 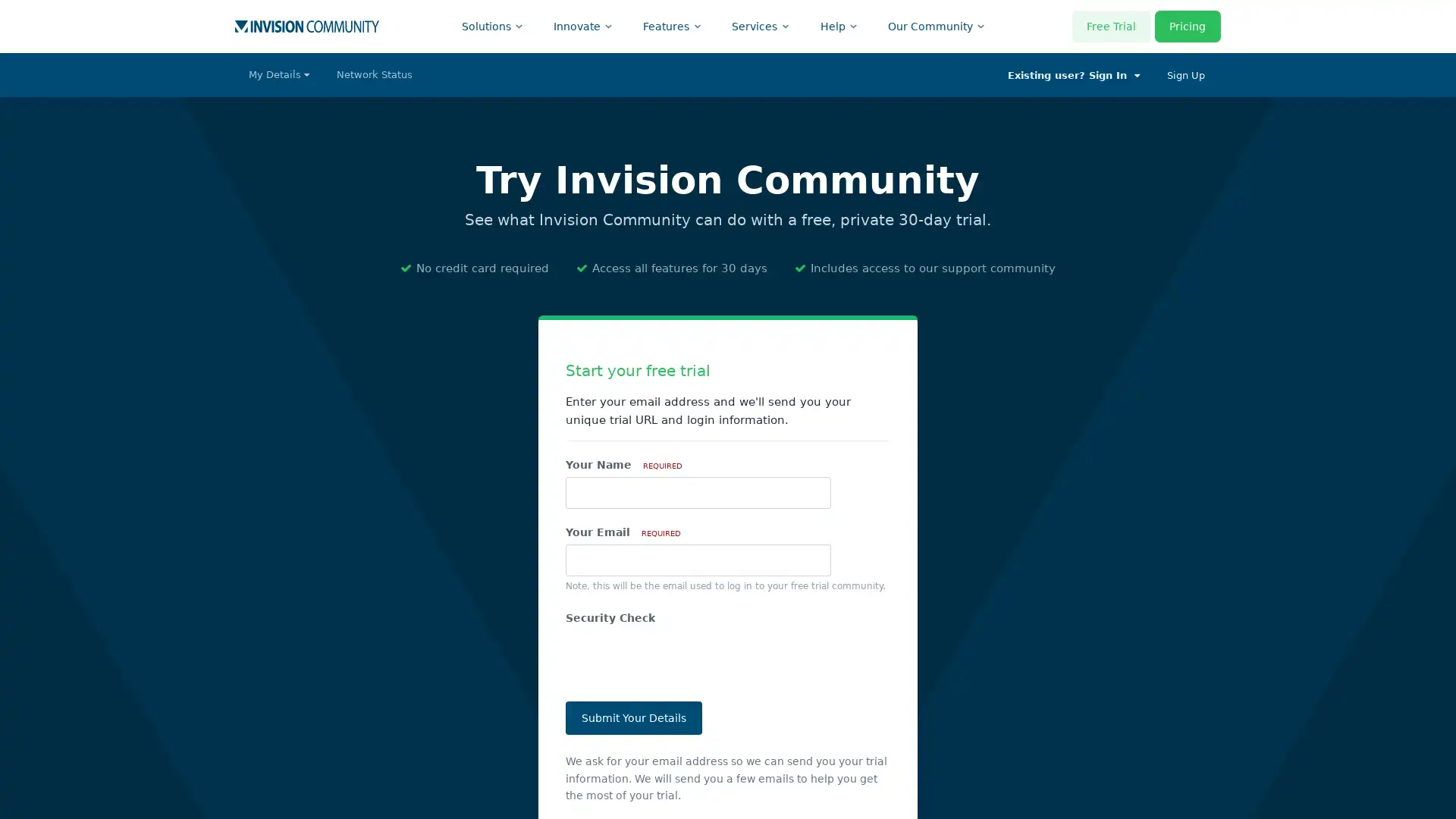 What do you see at coordinates (671, 26) in the screenshot?
I see `Features` at bounding box center [671, 26].